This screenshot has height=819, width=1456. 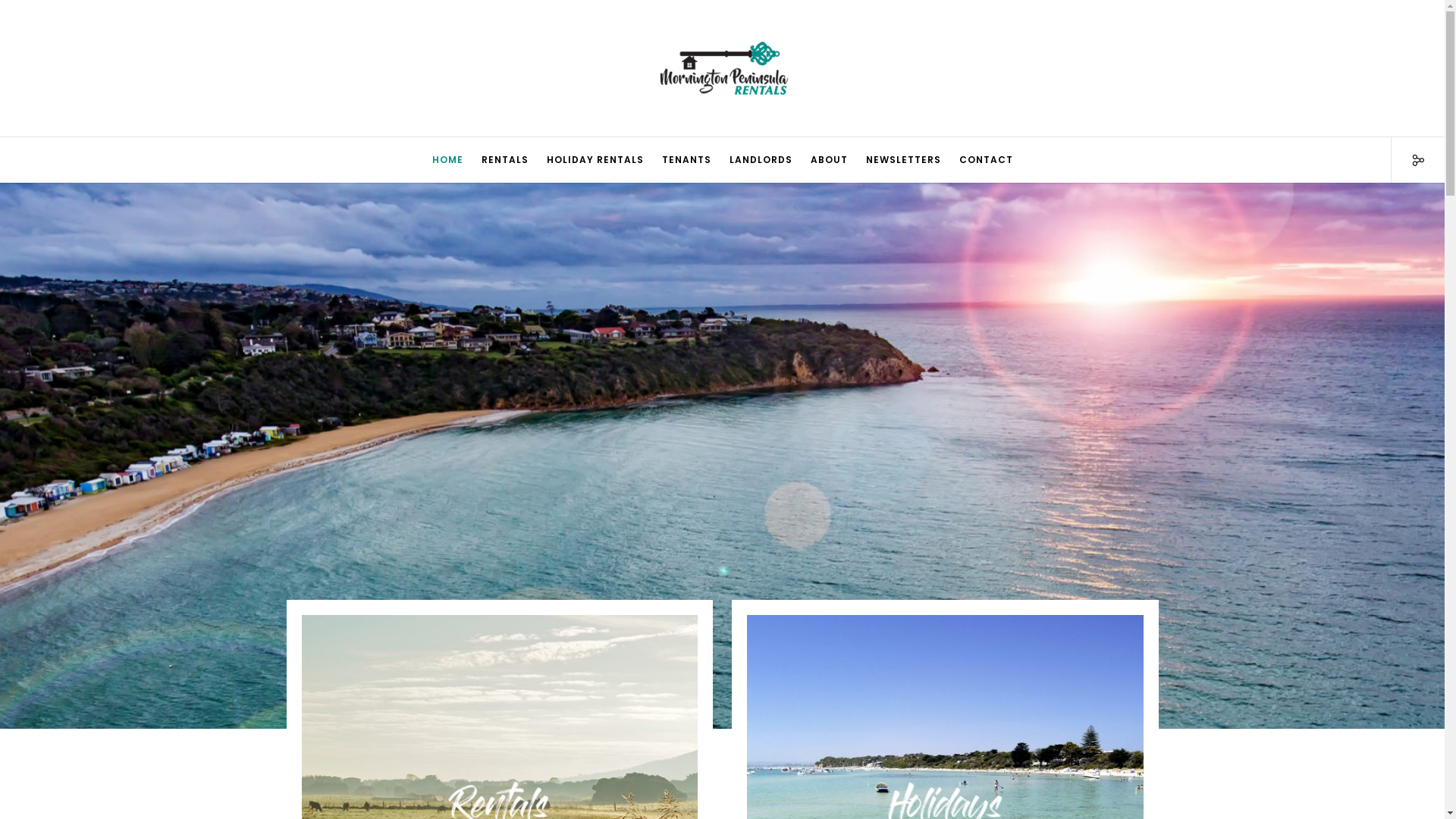 What do you see at coordinates (903, 160) in the screenshot?
I see `'NEWSLETTERS'` at bounding box center [903, 160].